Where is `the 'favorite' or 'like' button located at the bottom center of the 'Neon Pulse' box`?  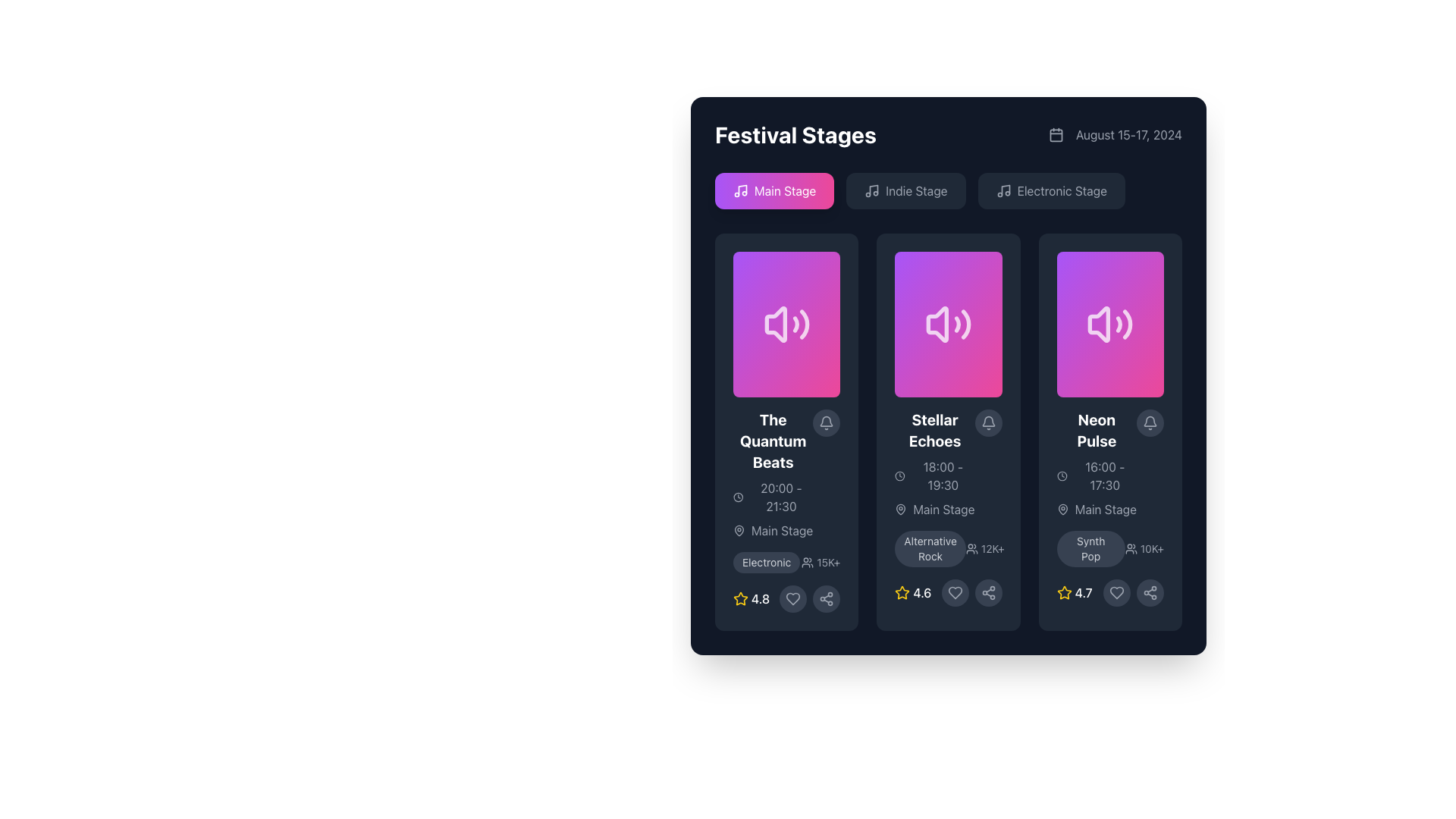
the 'favorite' or 'like' button located at the bottom center of the 'Neon Pulse' box is located at coordinates (1117, 592).